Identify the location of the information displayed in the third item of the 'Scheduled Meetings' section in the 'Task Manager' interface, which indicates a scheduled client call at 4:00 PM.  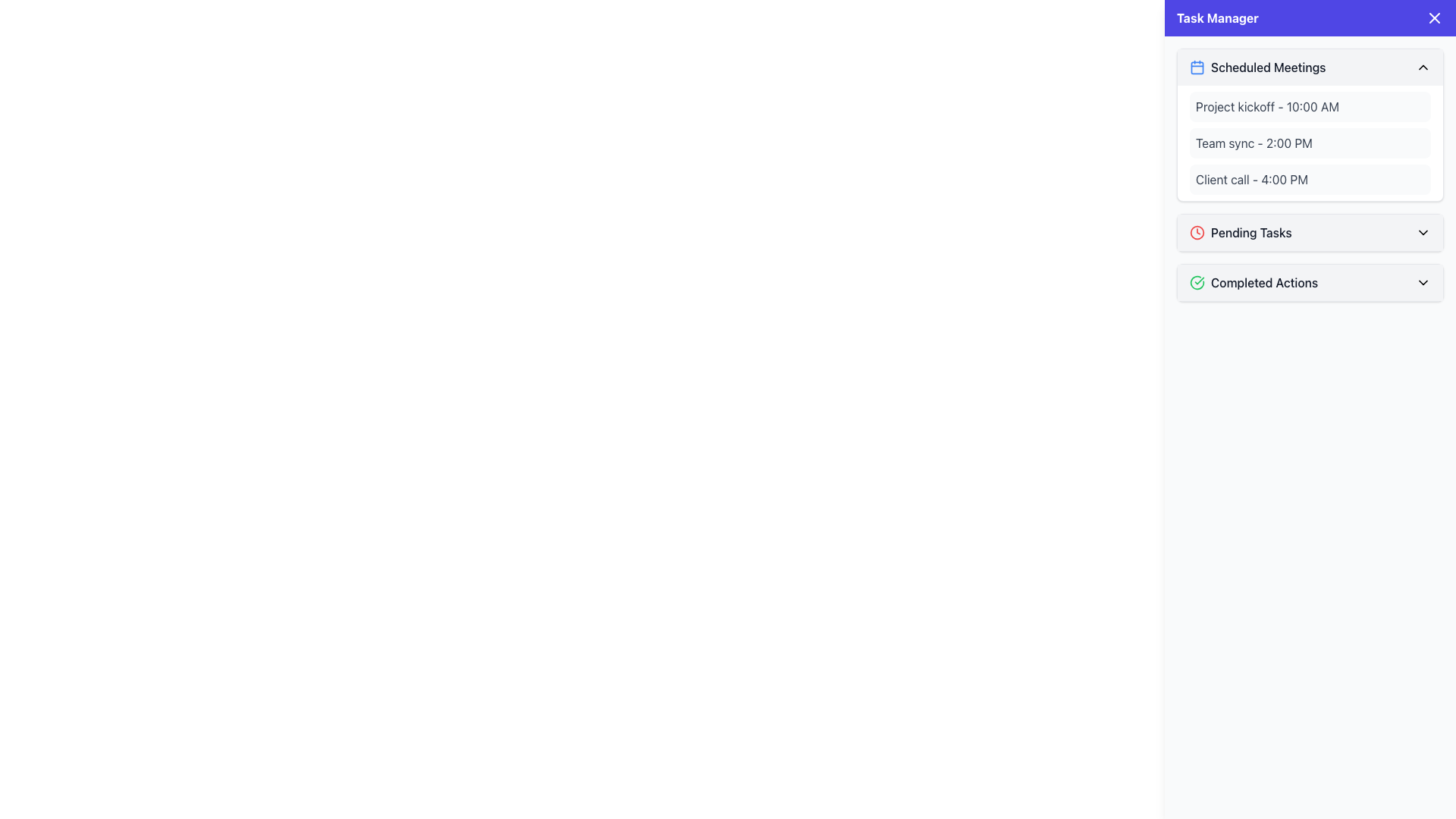
(1252, 178).